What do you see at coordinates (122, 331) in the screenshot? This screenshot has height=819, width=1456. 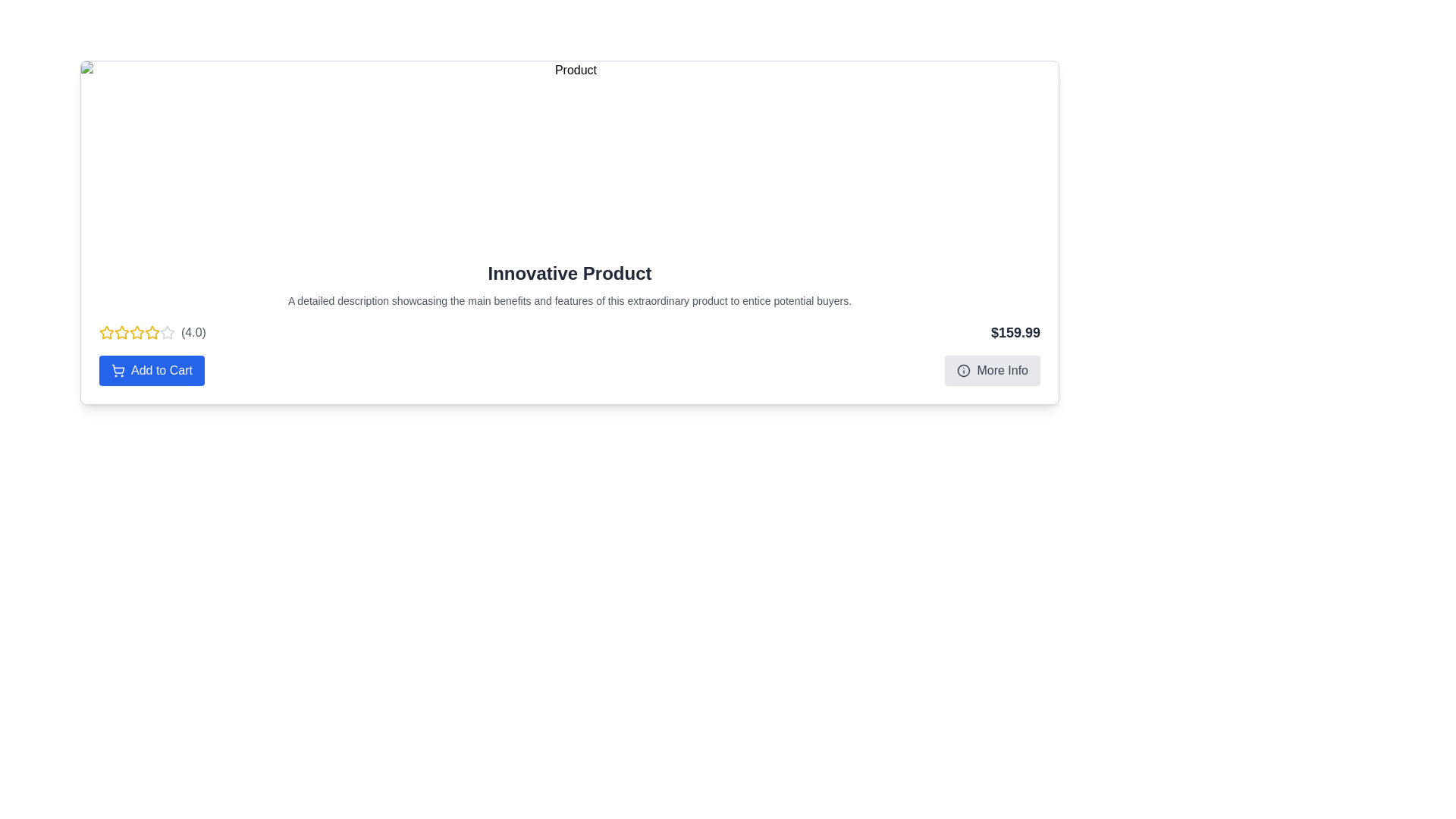 I see `the second star icon in the row of 5 stars that visually indicates the product's user rating, located below the main content section and to the left of the numerical rating '(4.0)'` at bounding box center [122, 331].